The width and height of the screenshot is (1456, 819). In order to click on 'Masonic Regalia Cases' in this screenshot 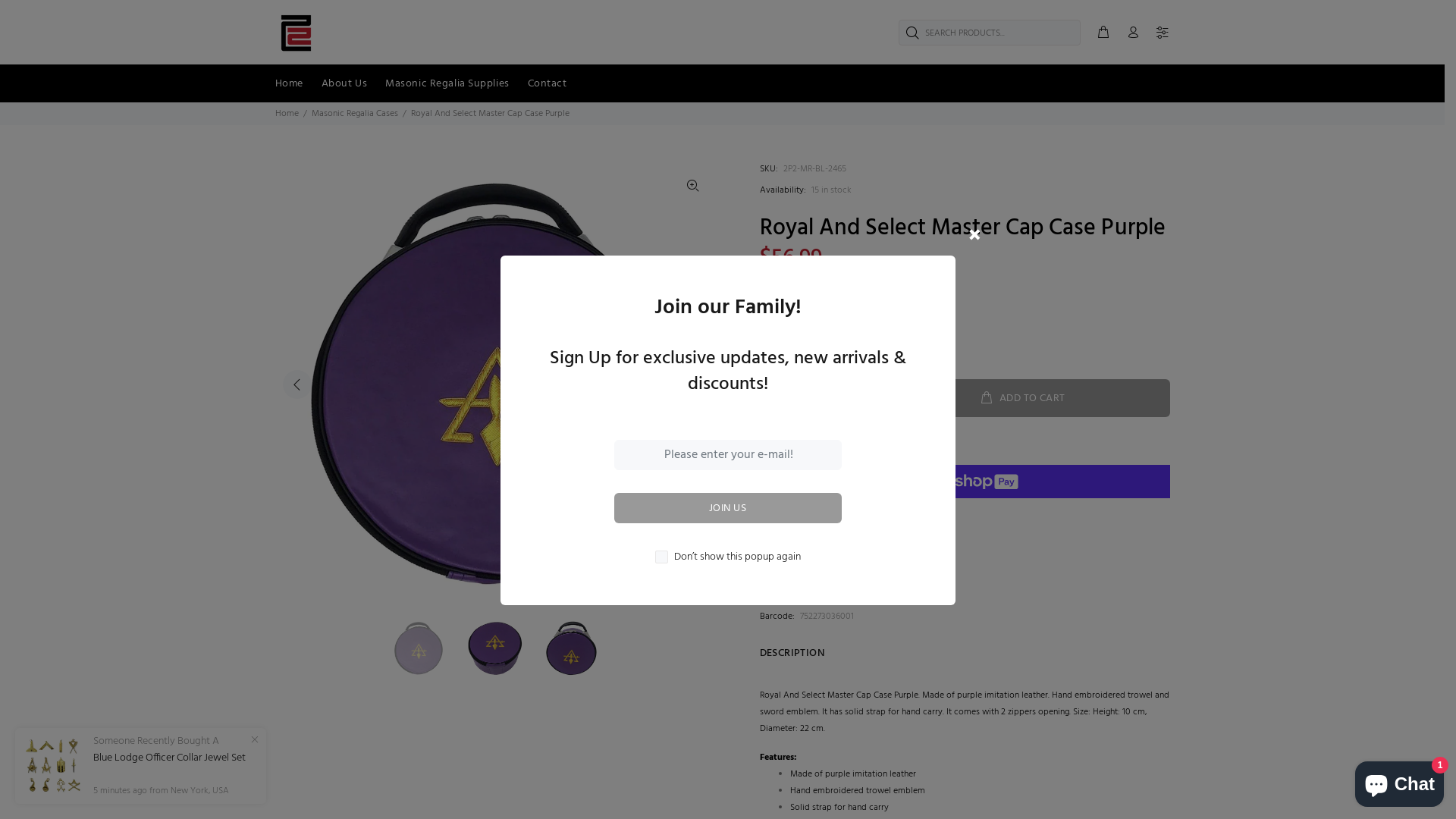, I will do `click(309, 113)`.